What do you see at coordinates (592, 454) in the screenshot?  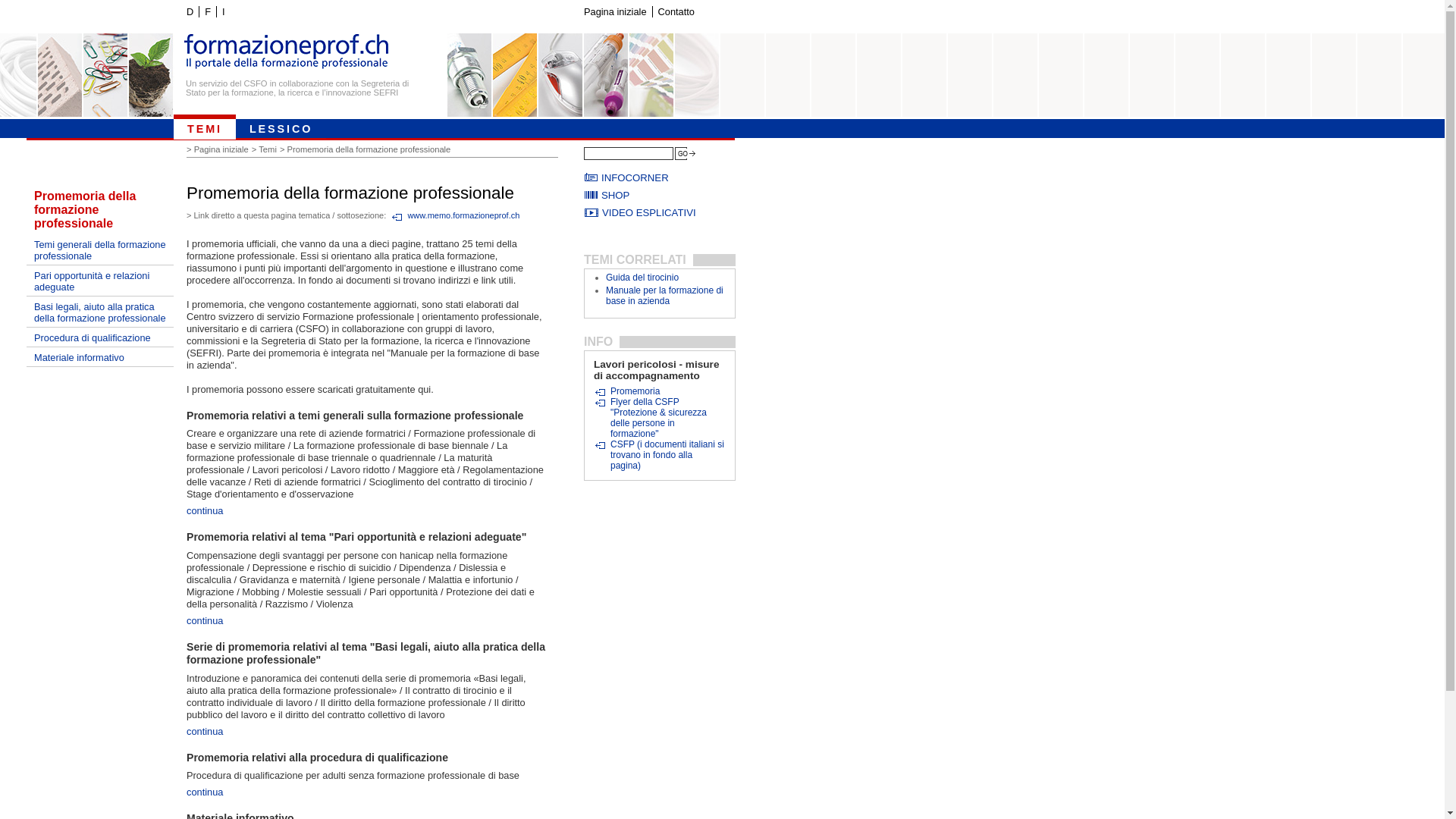 I see `'CSFP (i documenti italiani si trovano in fondo alla pagina)'` at bounding box center [592, 454].